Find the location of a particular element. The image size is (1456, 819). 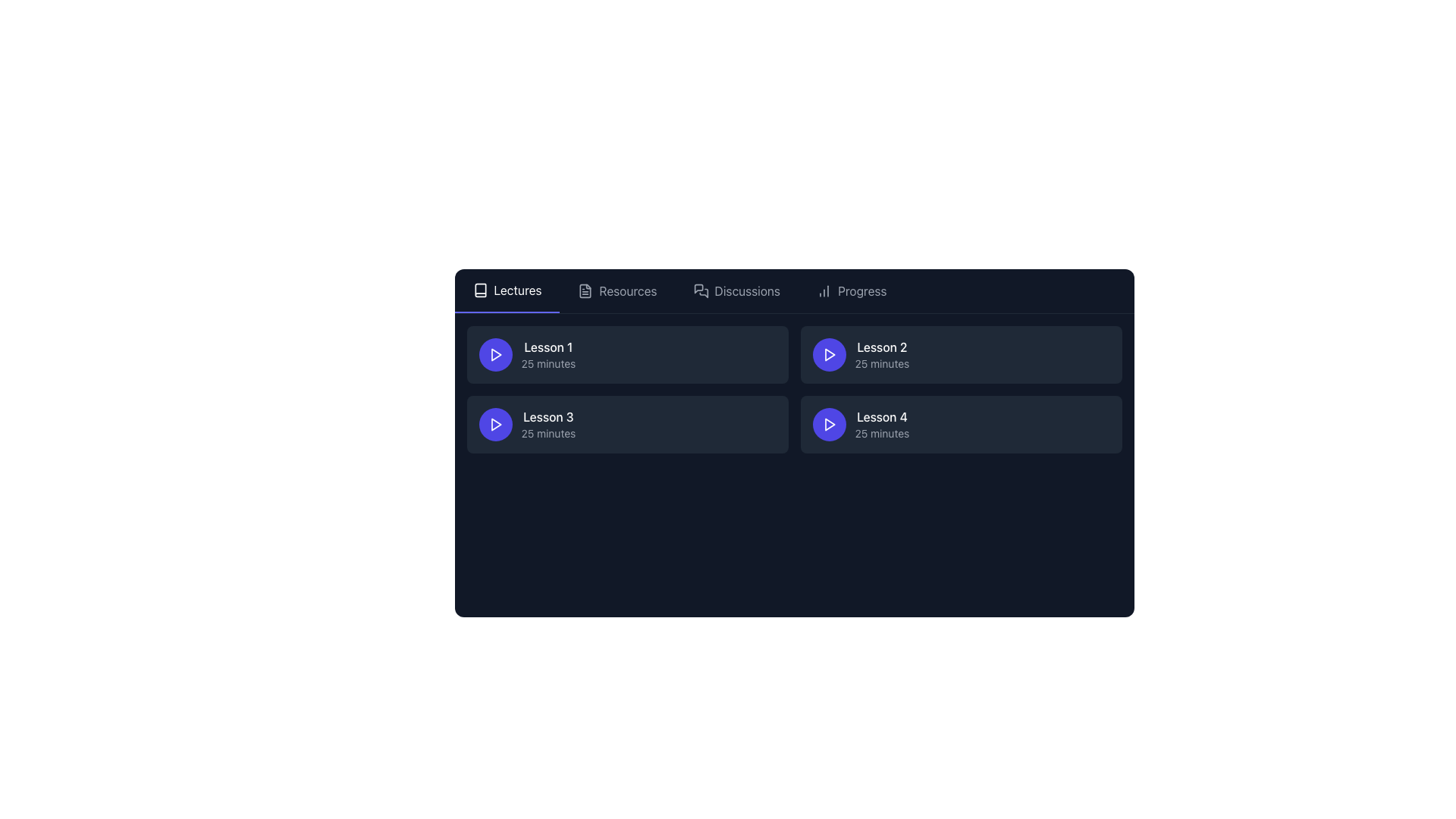

the progress icon located in the 'Progress' navigation tab at the right end of the navigation bar, which visually represents the concept of progress or analytics is located at coordinates (824, 291).